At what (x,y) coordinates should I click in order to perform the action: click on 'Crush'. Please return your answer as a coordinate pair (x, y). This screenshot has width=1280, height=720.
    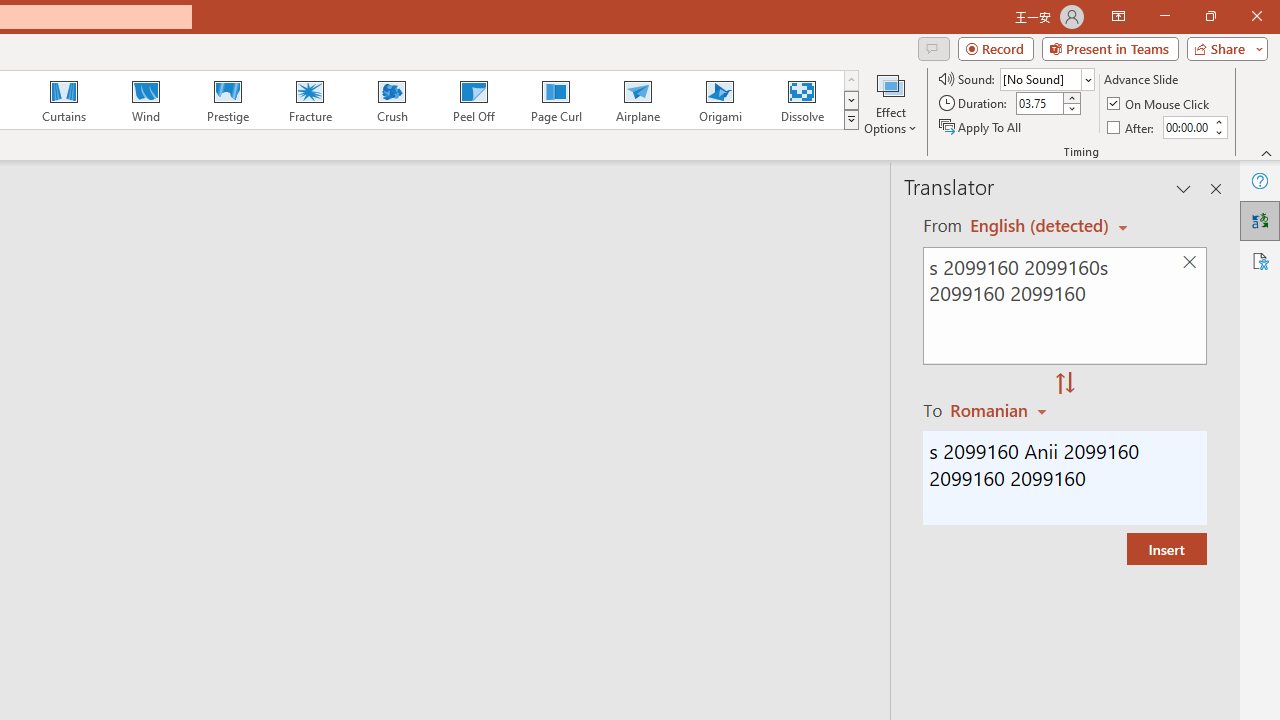
    Looking at the image, I should click on (391, 100).